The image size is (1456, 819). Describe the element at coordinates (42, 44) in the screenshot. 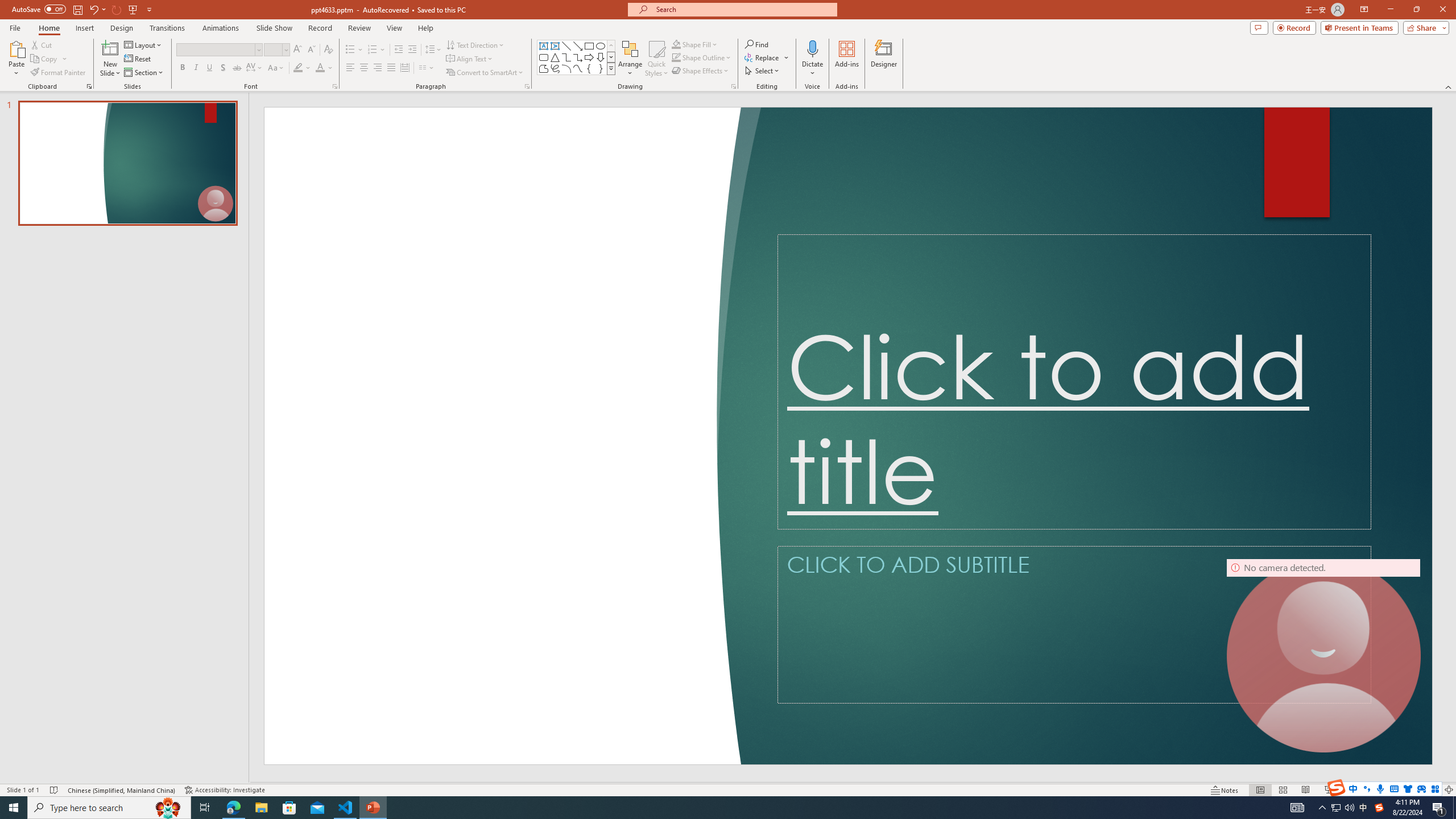

I see `'Cut'` at that location.